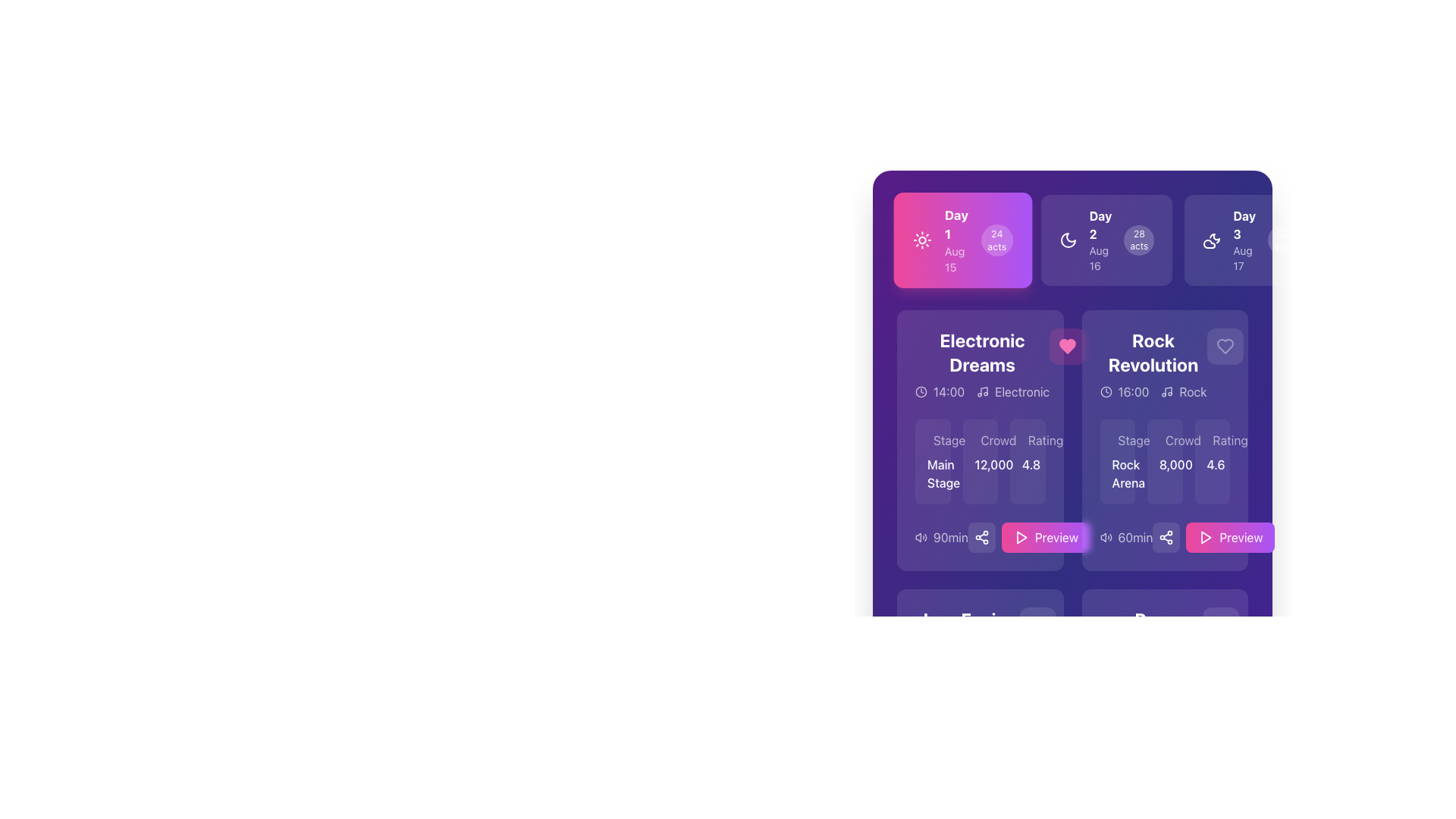 The width and height of the screenshot is (1456, 819). Describe the element at coordinates (939, 391) in the screenshot. I see `the text element indicating the scheduled event time for the 'Electronic Dreams' event, which is located inside the card in the top-left quadrant` at that location.